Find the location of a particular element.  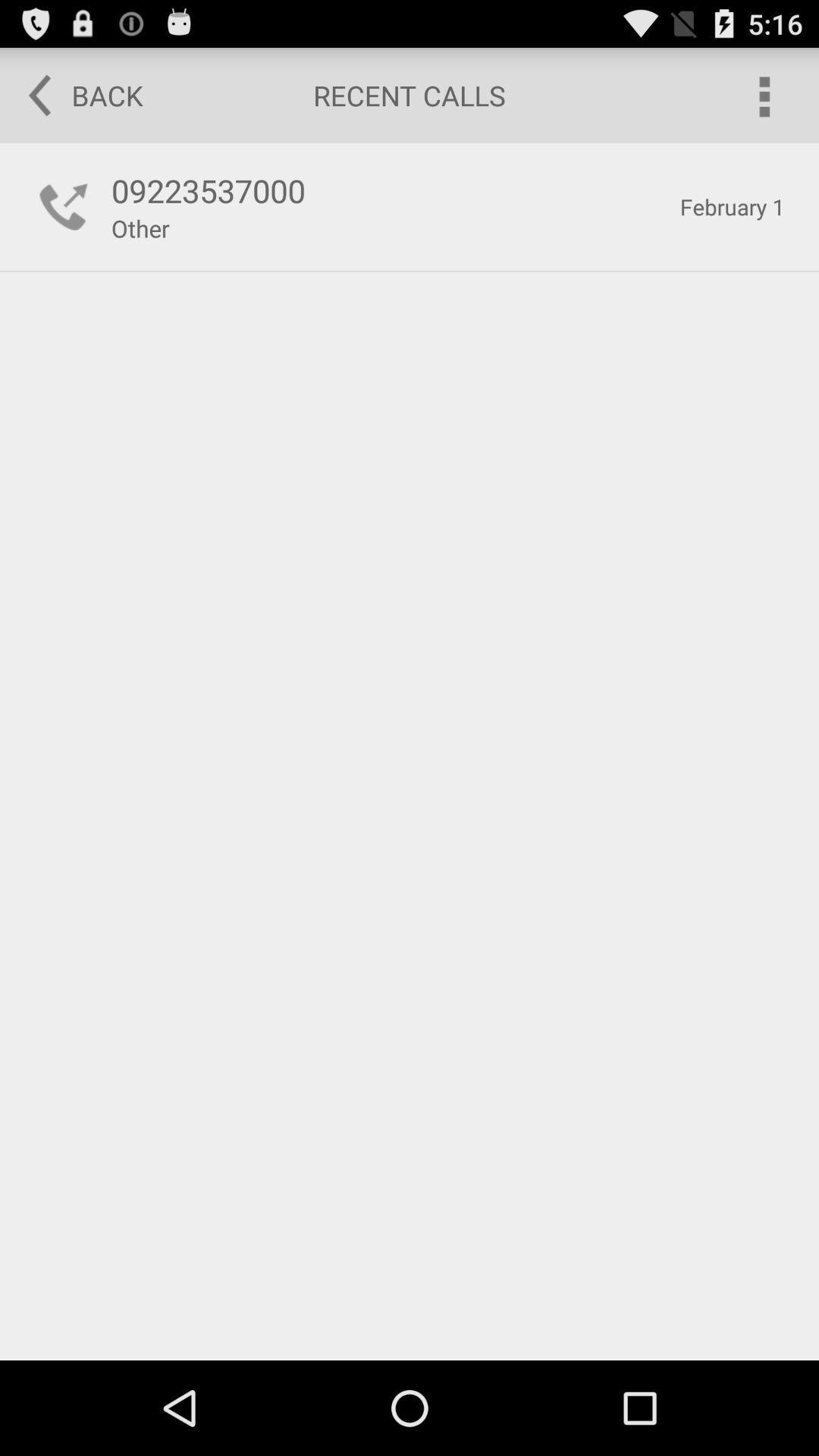

the icon below back is located at coordinates (63, 206).